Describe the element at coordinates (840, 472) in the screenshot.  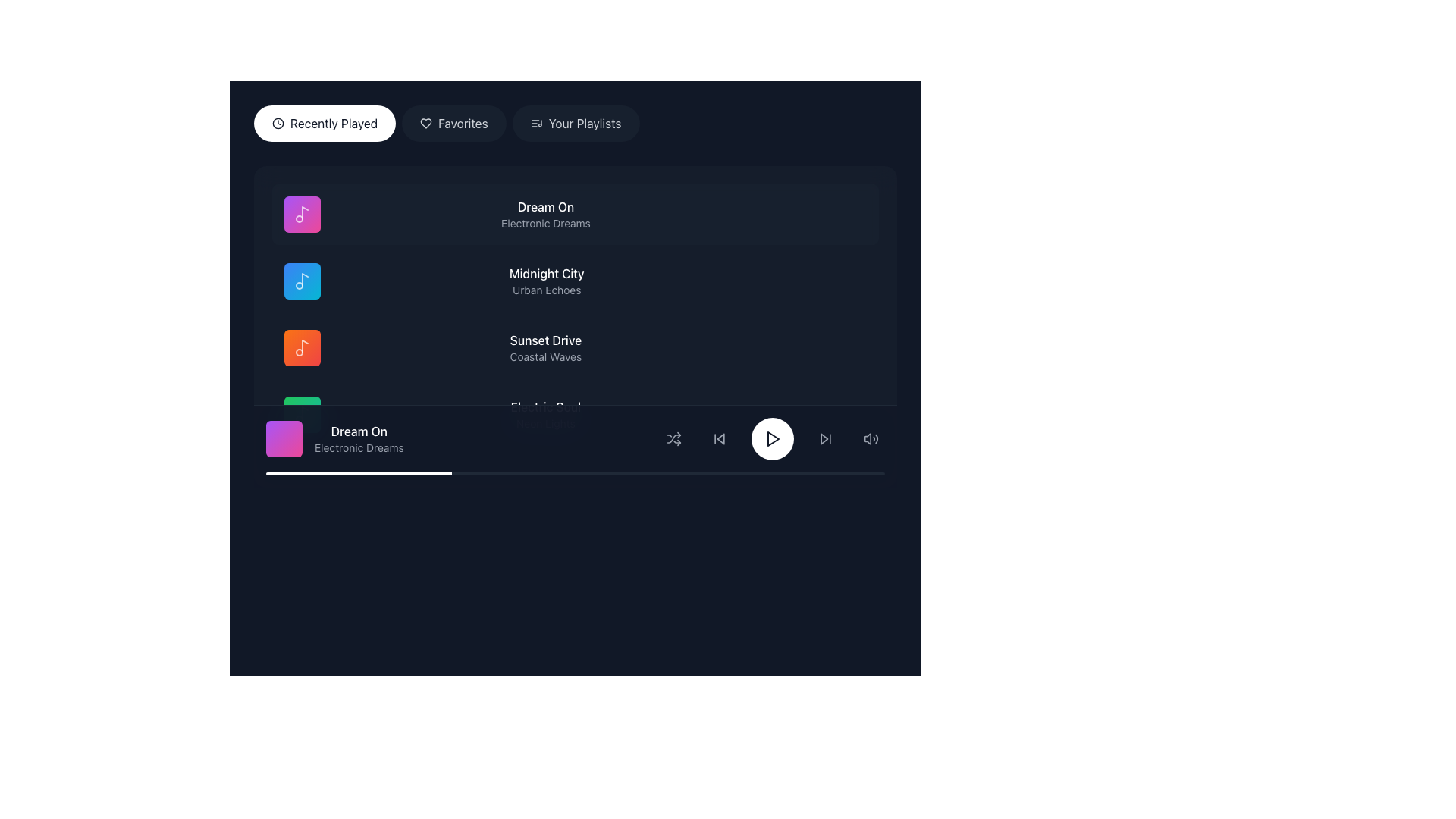
I see `progress` at that location.